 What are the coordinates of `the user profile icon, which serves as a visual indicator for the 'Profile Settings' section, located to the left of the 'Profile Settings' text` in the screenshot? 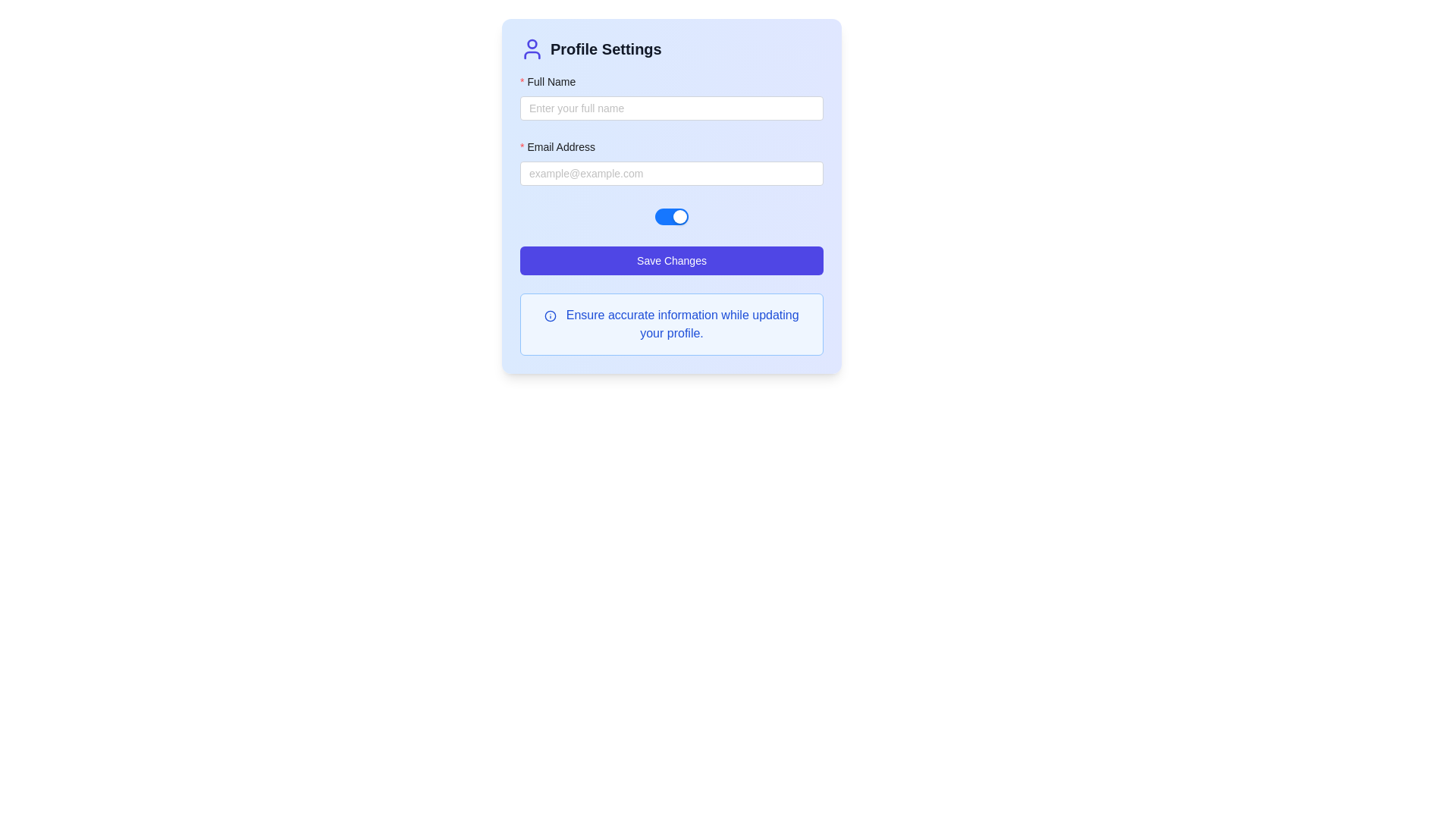 It's located at (532, 49).